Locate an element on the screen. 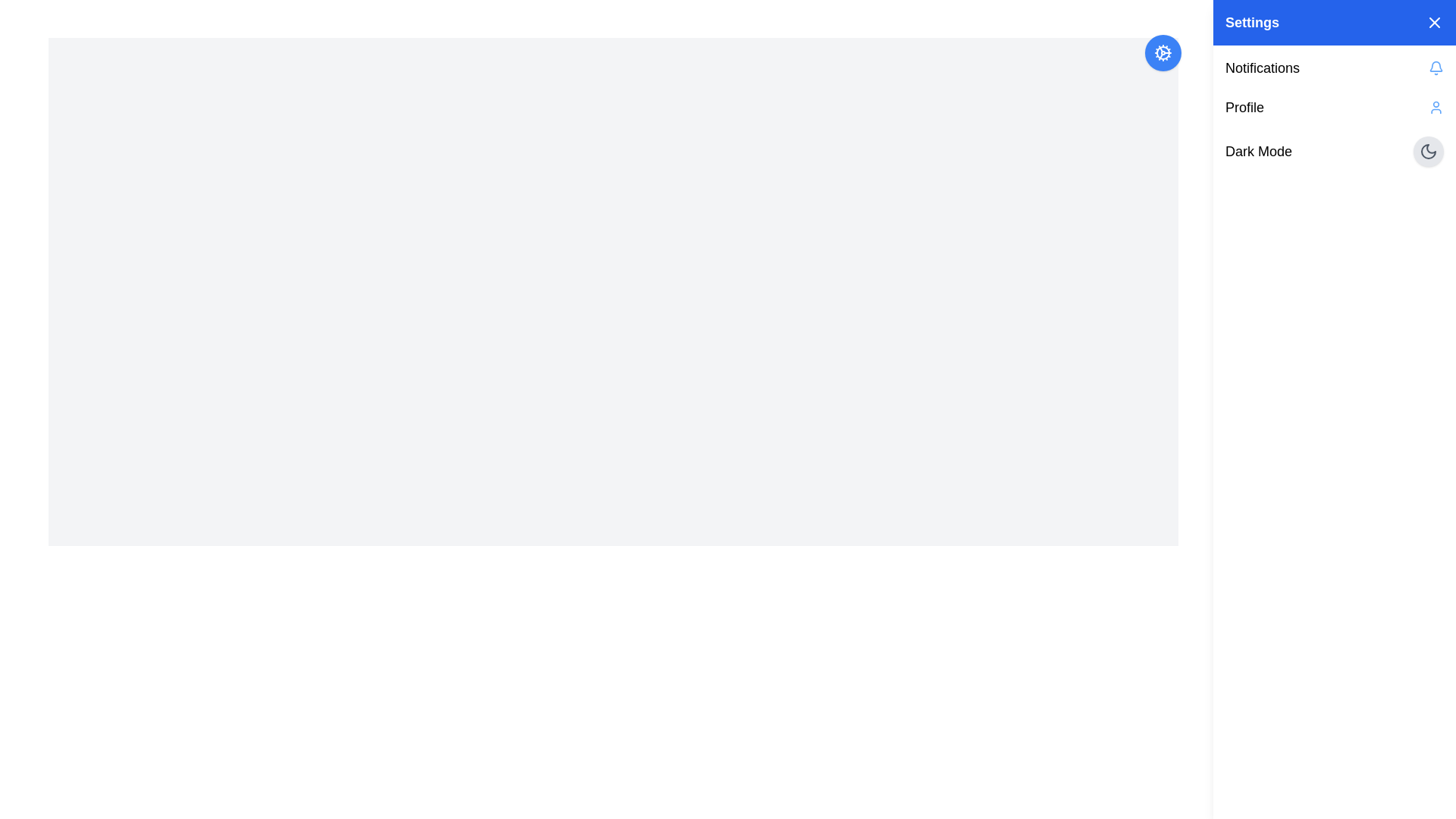 The width and height of the screenshot is (1456, 819). the close button represented by a diagonal cross 'X' icon located at the top-right corner of the sidebar panel is located at coordinates (1433, 23).